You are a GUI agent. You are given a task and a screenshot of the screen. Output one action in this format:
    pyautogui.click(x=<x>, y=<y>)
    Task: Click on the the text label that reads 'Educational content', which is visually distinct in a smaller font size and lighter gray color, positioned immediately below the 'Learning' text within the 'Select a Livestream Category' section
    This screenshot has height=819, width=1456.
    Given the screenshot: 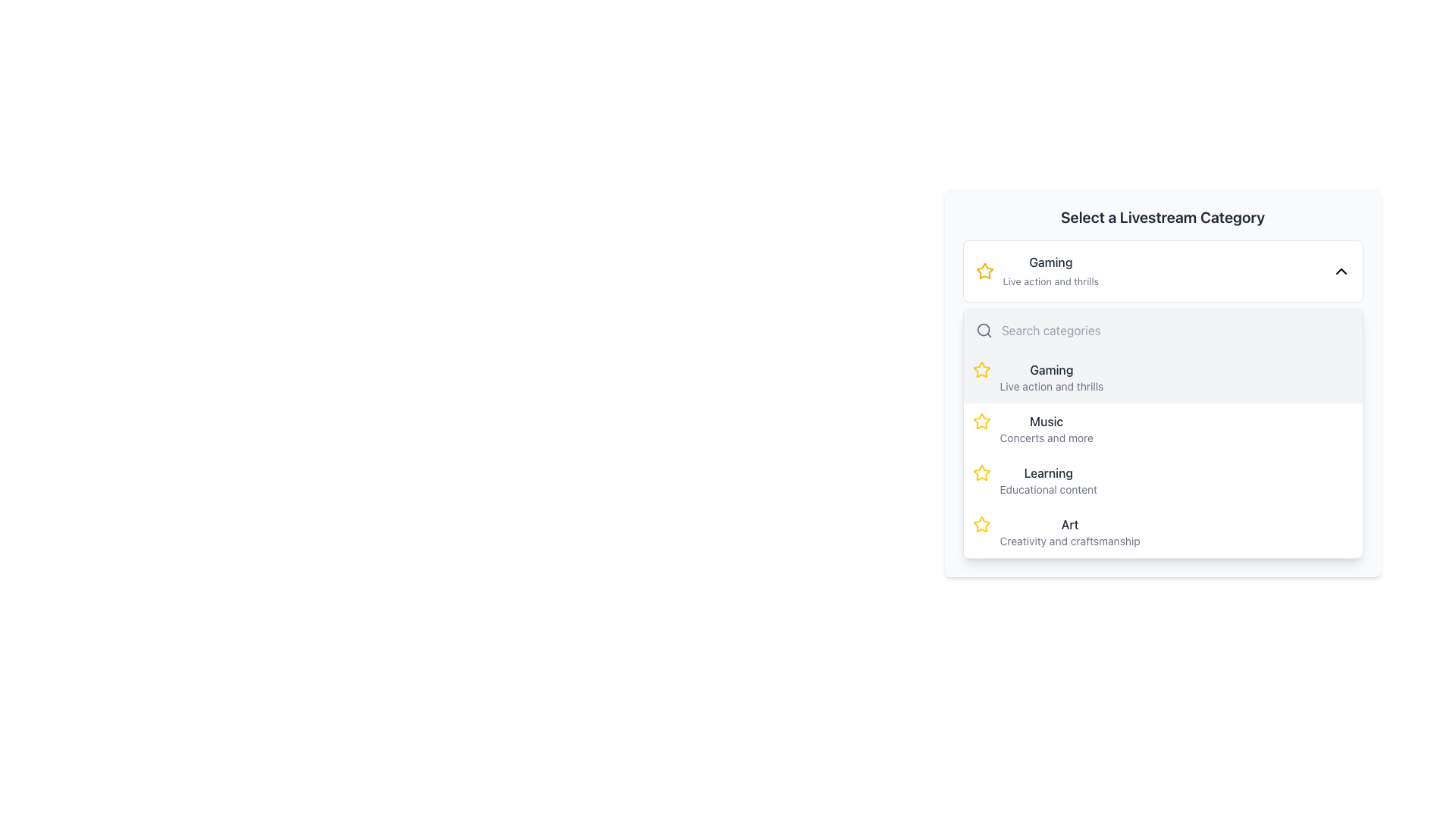 What is the action you would take?
    pyautogui.click(x=1047, y=489)
    